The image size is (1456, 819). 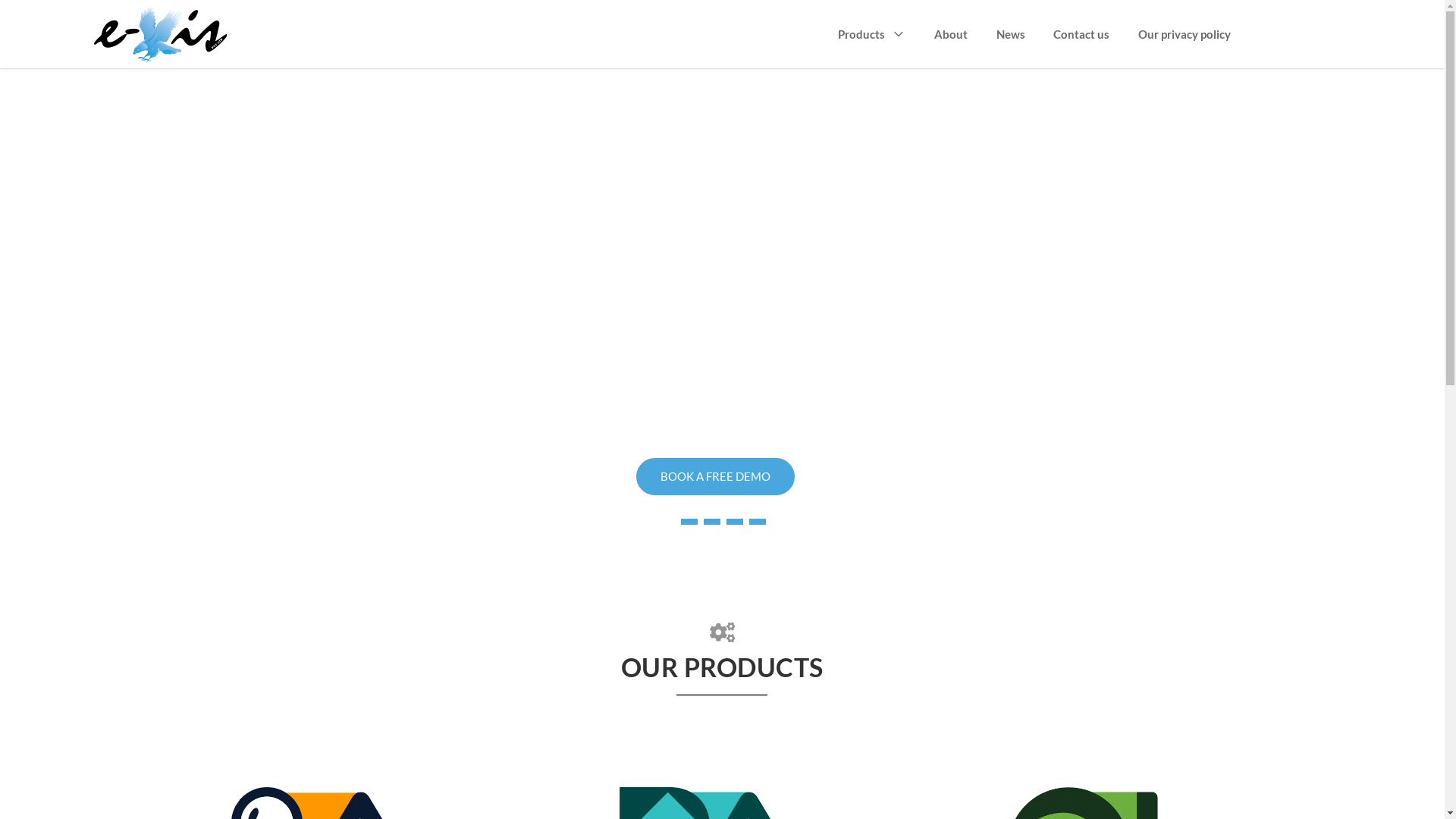 I want to click on 'Contact us', so click(x=1052, y=34).